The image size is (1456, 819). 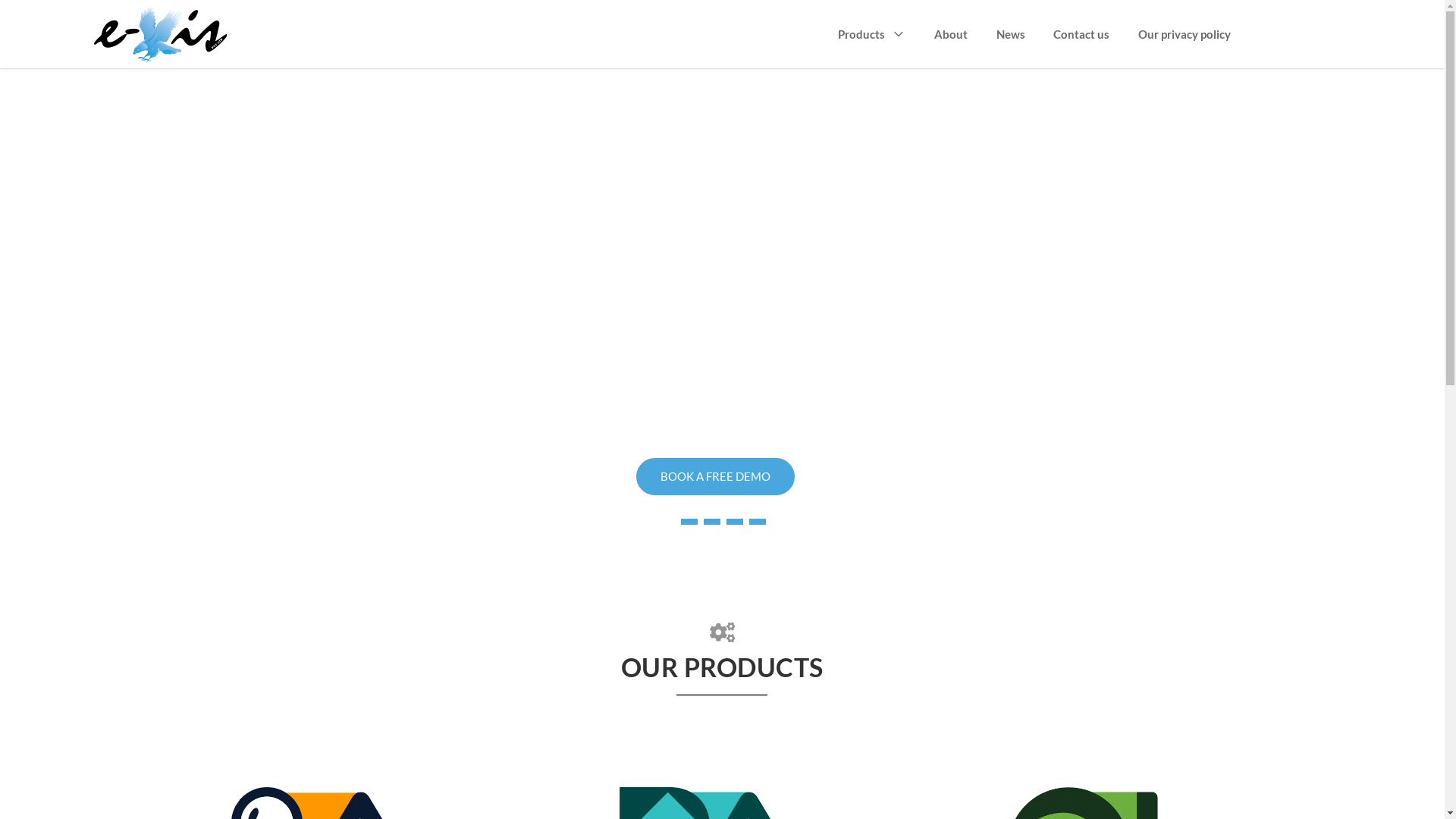 I want to click on 'Contact us', so click(x=1052, y=34).